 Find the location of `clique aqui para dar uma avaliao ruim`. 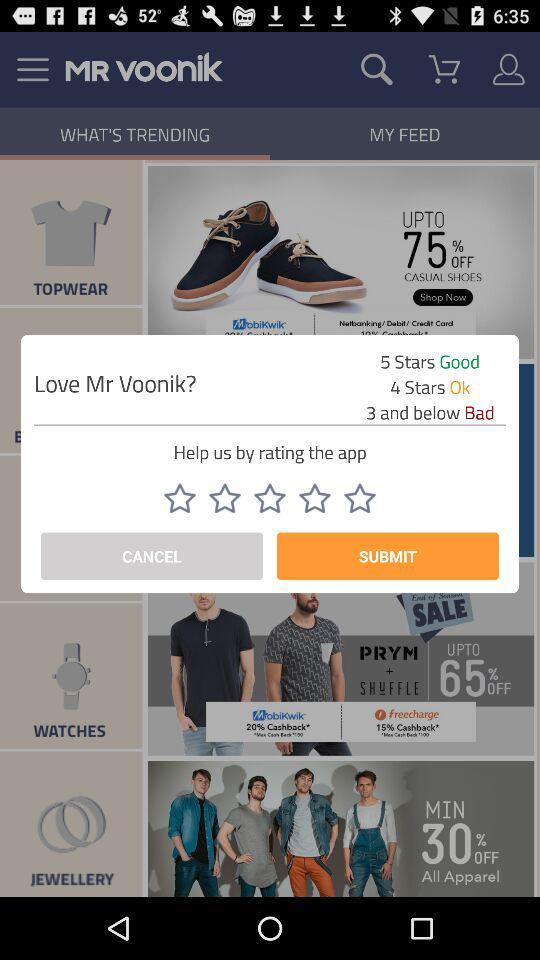

clique aqui para dar uma avaliao ruim is located at coordinates (359, 497).